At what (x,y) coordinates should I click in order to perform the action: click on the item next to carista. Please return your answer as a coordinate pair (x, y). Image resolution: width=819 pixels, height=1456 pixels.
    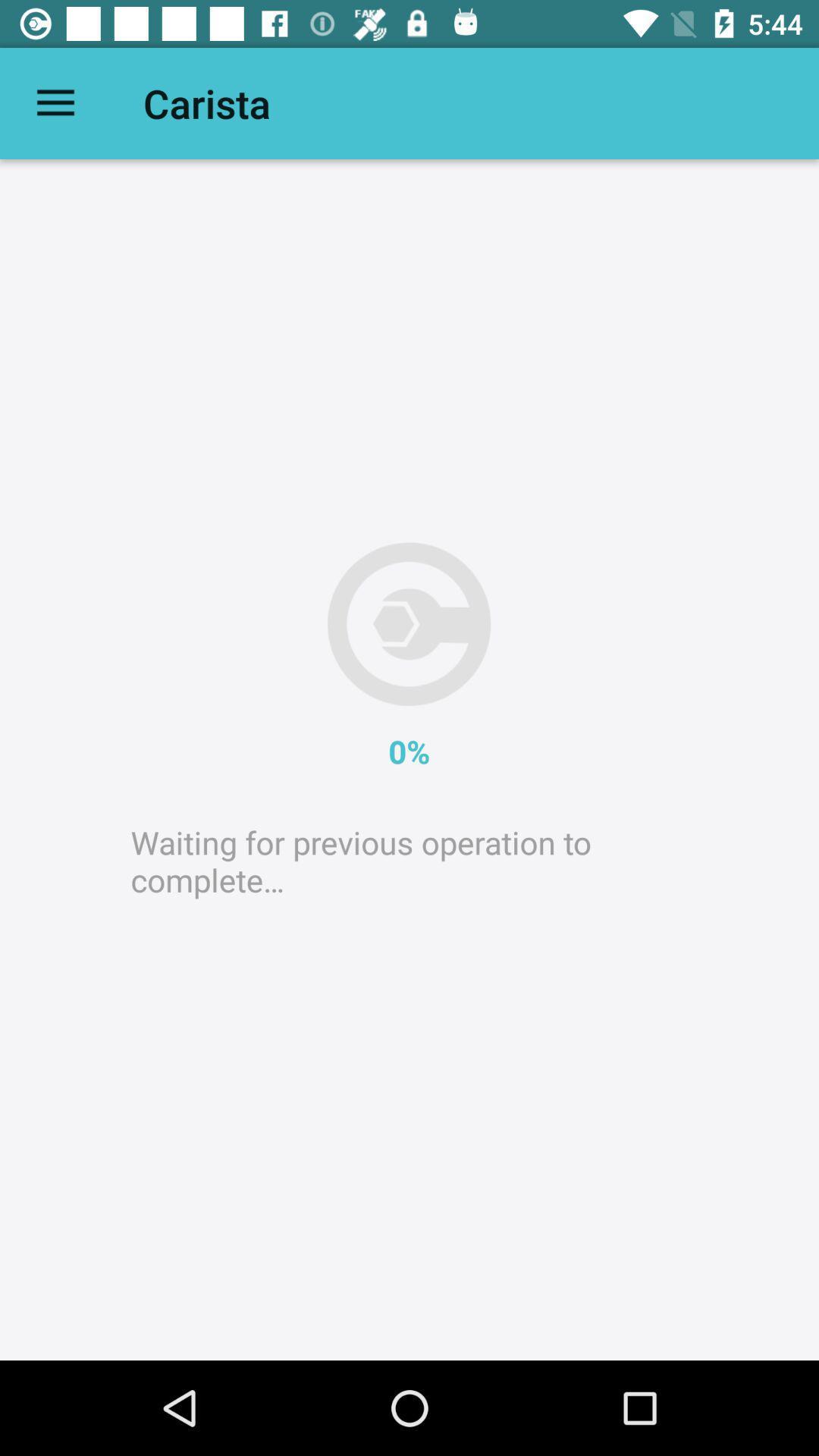
    Looking at the image, I should click on (55, 102).